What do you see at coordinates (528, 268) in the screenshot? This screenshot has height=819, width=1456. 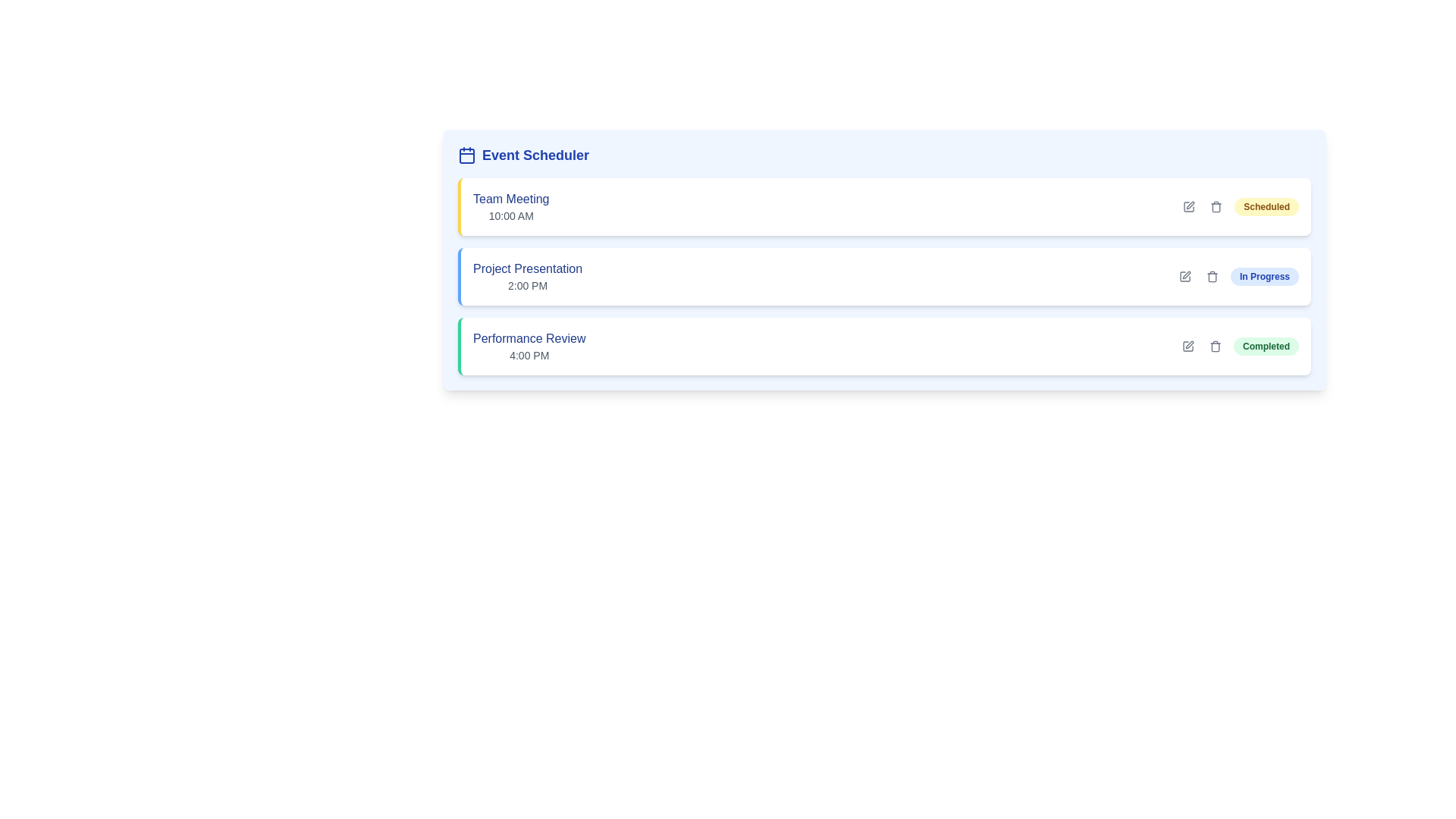 I see `the Text label that displays the title of the second event in the 'Event Scheduler' list, located above the time label '2:00 PM'` at bounding box center [528, 268].